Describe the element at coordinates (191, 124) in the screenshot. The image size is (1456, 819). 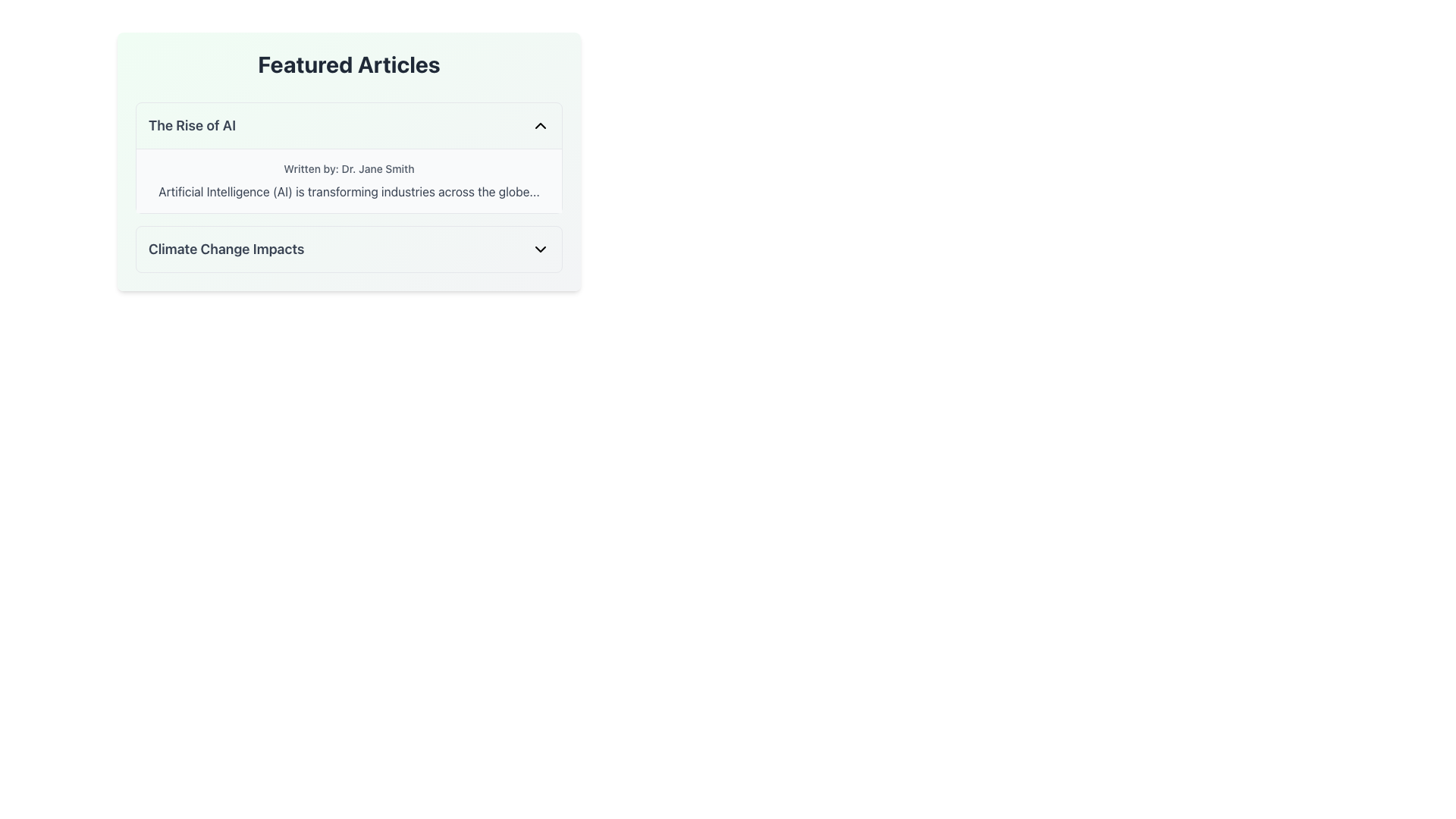
I see `text label that says 'The Rise of AI', which is prominently displayed in a medium-sized, bold font on a light background` at that location.